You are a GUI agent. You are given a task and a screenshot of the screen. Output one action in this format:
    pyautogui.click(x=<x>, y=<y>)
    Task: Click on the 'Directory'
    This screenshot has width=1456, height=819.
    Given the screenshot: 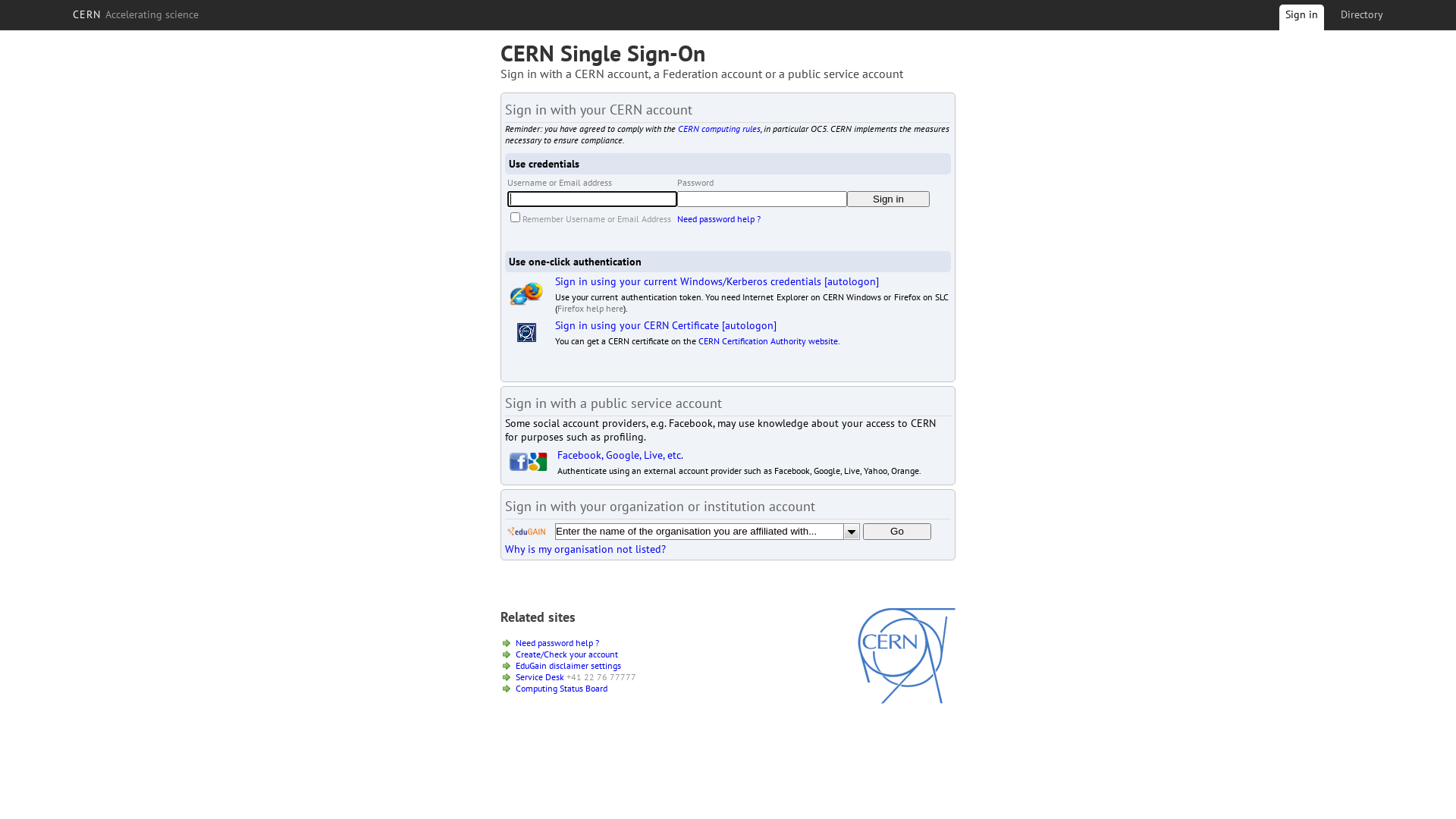 What is the action you would take?
    pyautogui.click(x=1361, y=14)
    